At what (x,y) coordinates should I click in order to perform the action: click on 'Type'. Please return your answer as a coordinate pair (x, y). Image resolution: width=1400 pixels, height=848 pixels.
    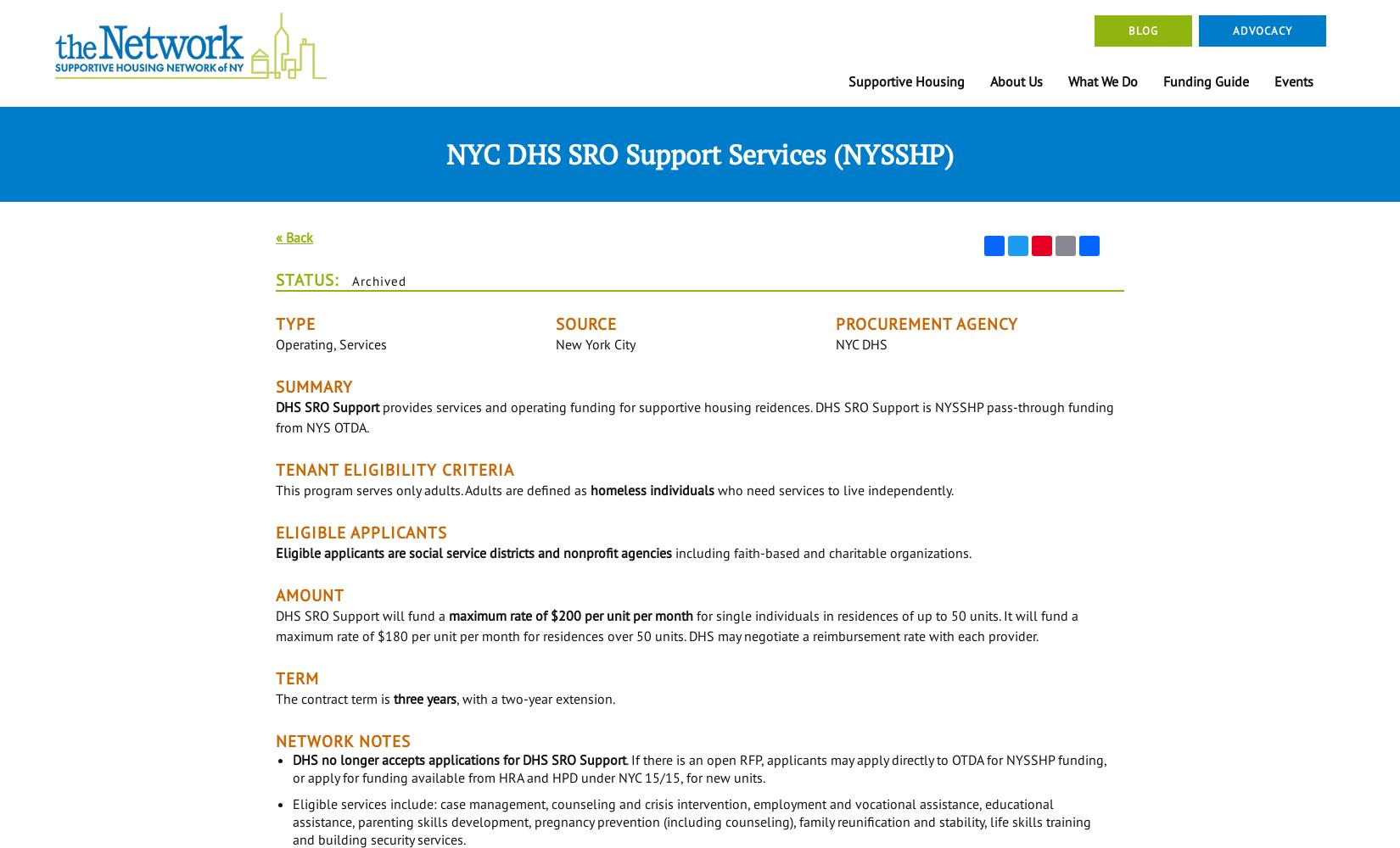
    Looking at the image, I should click on (295, 323).